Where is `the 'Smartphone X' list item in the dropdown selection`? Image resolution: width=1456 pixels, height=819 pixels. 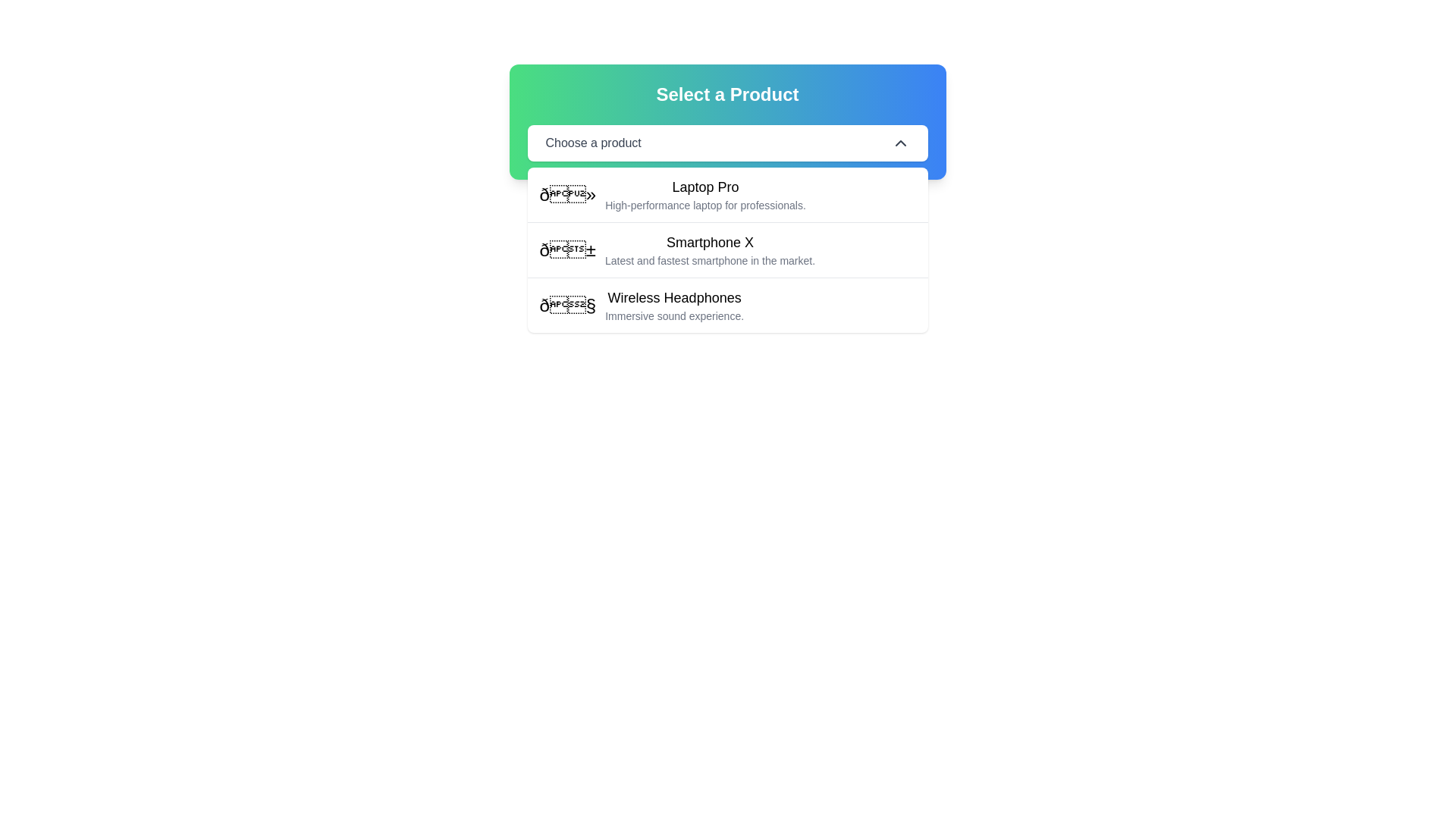
the 'Smartphone X' list item in the dropdown selection is located at coordinates (676, 249).